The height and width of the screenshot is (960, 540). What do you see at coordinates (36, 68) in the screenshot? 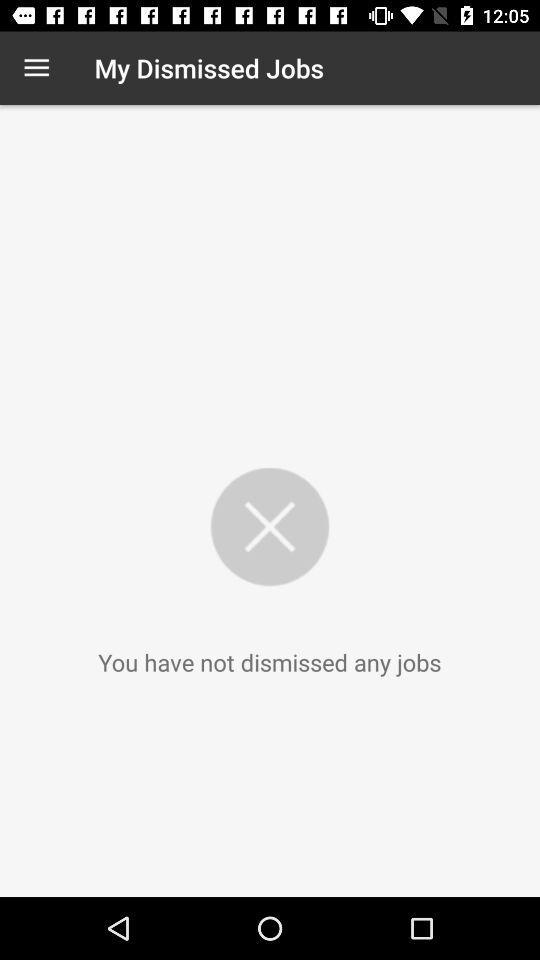
I see `the icon at the top left corner` at bounding box center [36, 68].